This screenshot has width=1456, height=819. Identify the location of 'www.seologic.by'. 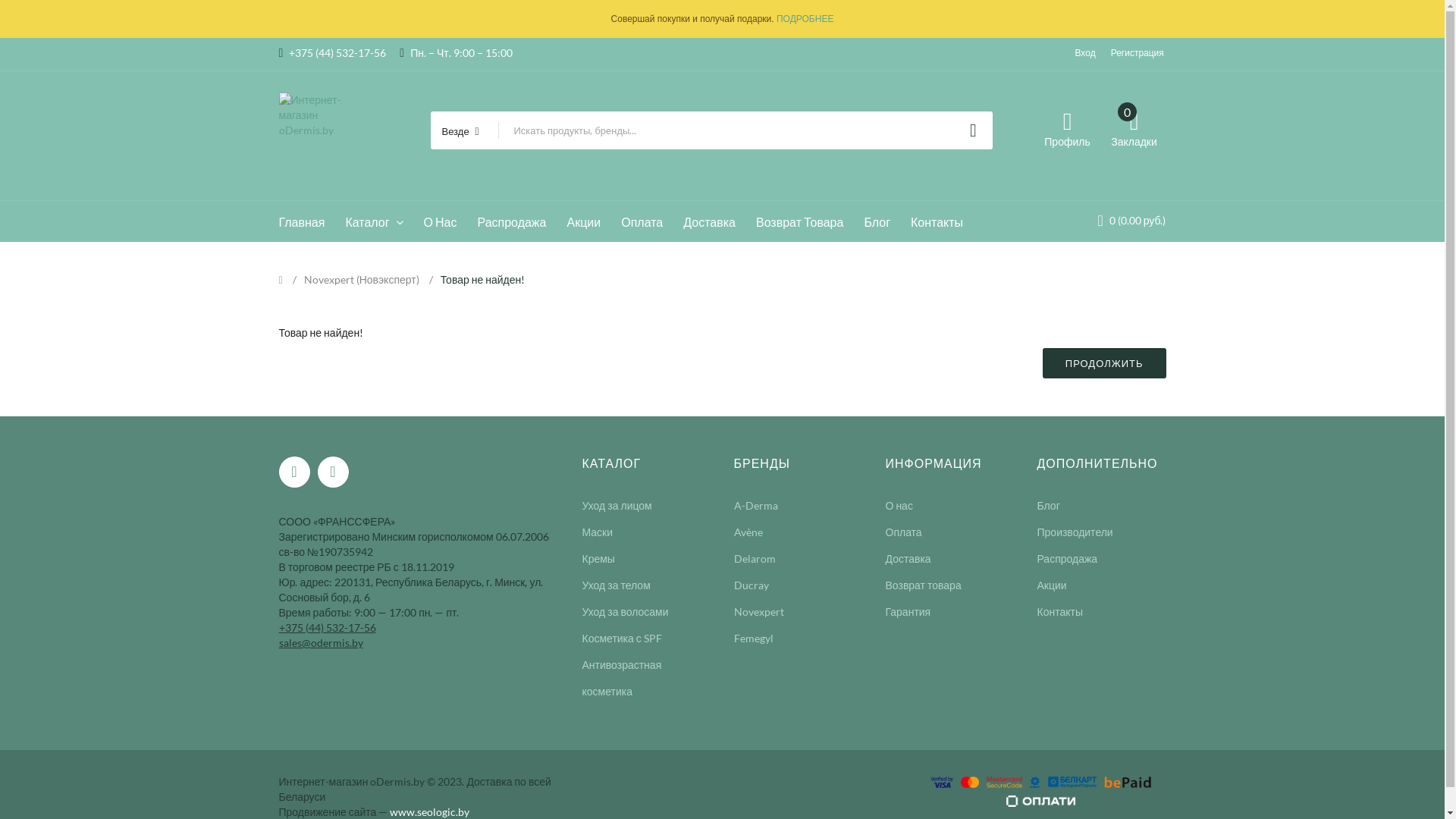
(428, 811).